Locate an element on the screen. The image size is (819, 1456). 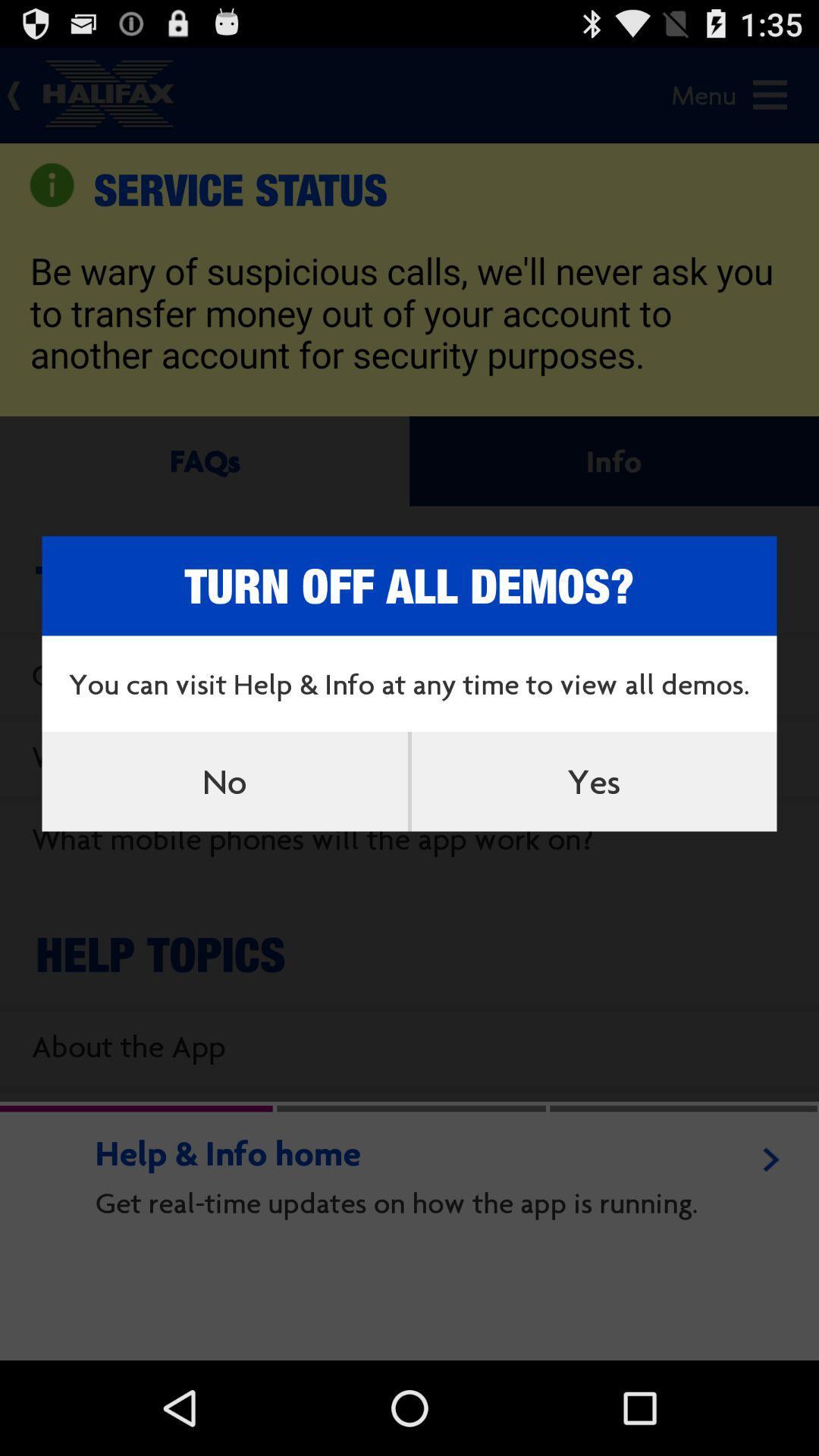
item on the right is located at coordinates (593, 781).